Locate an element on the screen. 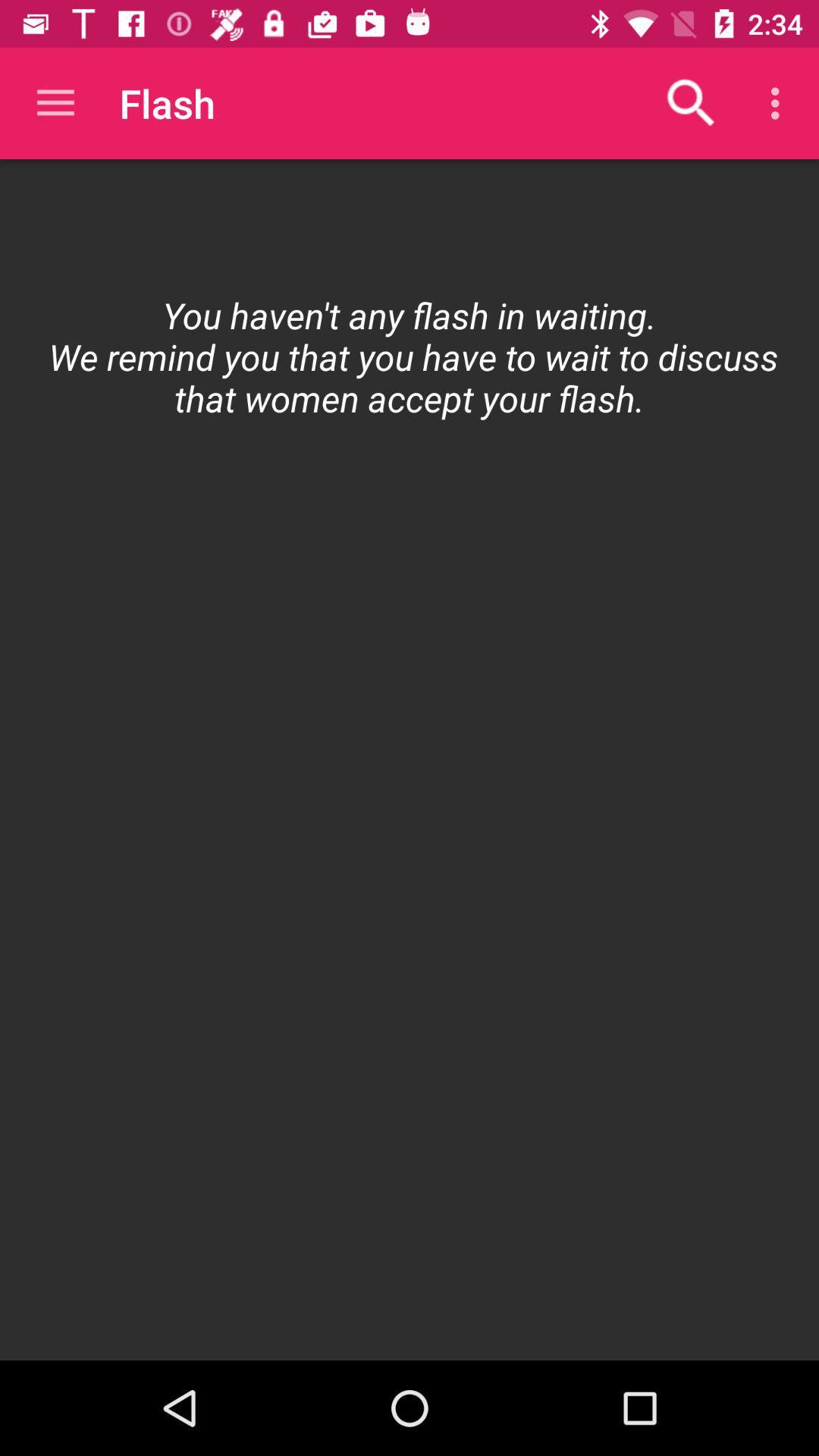 This screenshot has height=1456, width=819. the item above the   icon is located at coordinates (691, 102).